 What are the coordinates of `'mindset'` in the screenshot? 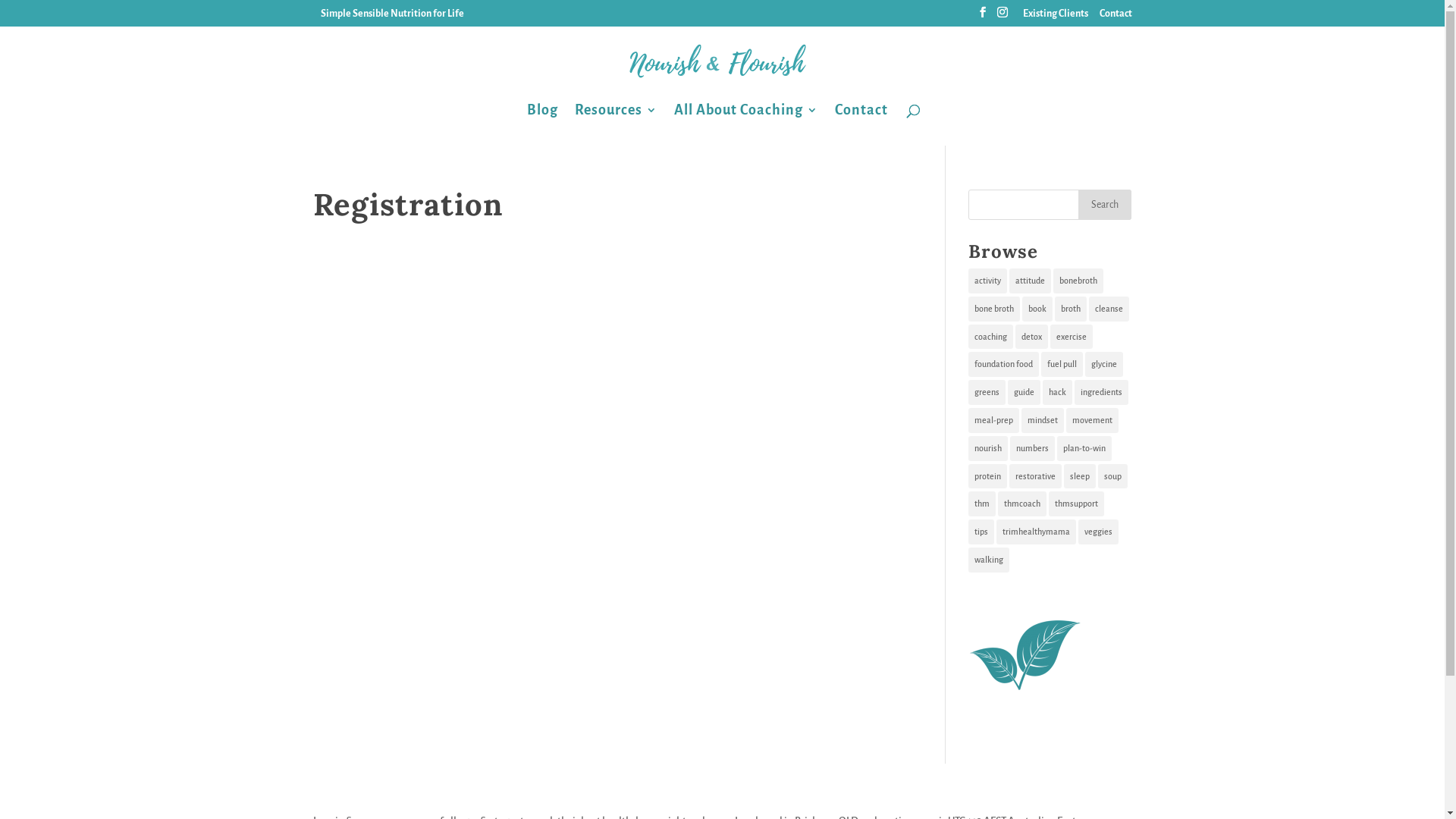 It's located at (1021, 420).